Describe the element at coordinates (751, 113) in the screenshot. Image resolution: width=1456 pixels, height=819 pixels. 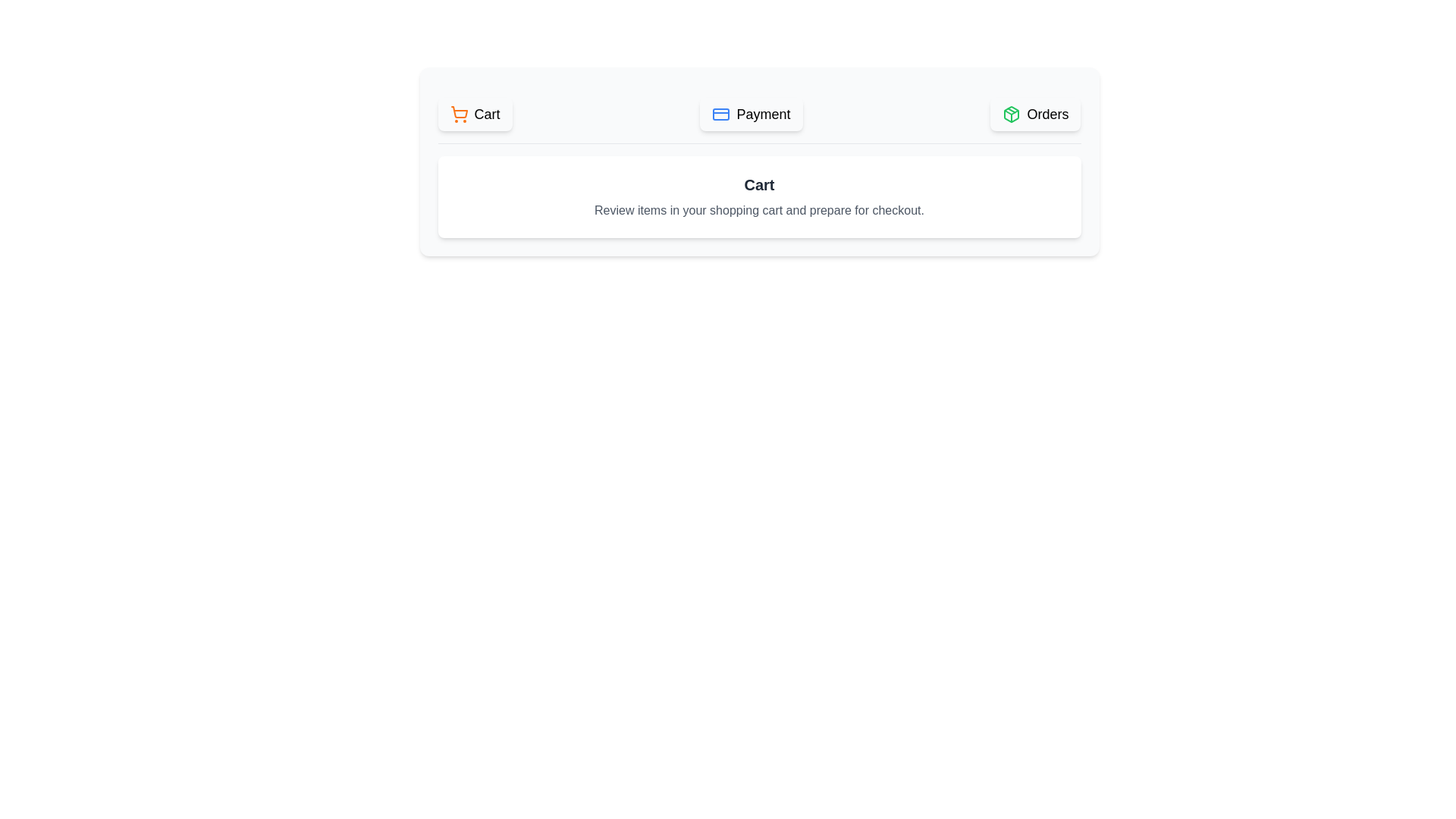
I see `the button labeled Payment to observe its hover effect` at that location.